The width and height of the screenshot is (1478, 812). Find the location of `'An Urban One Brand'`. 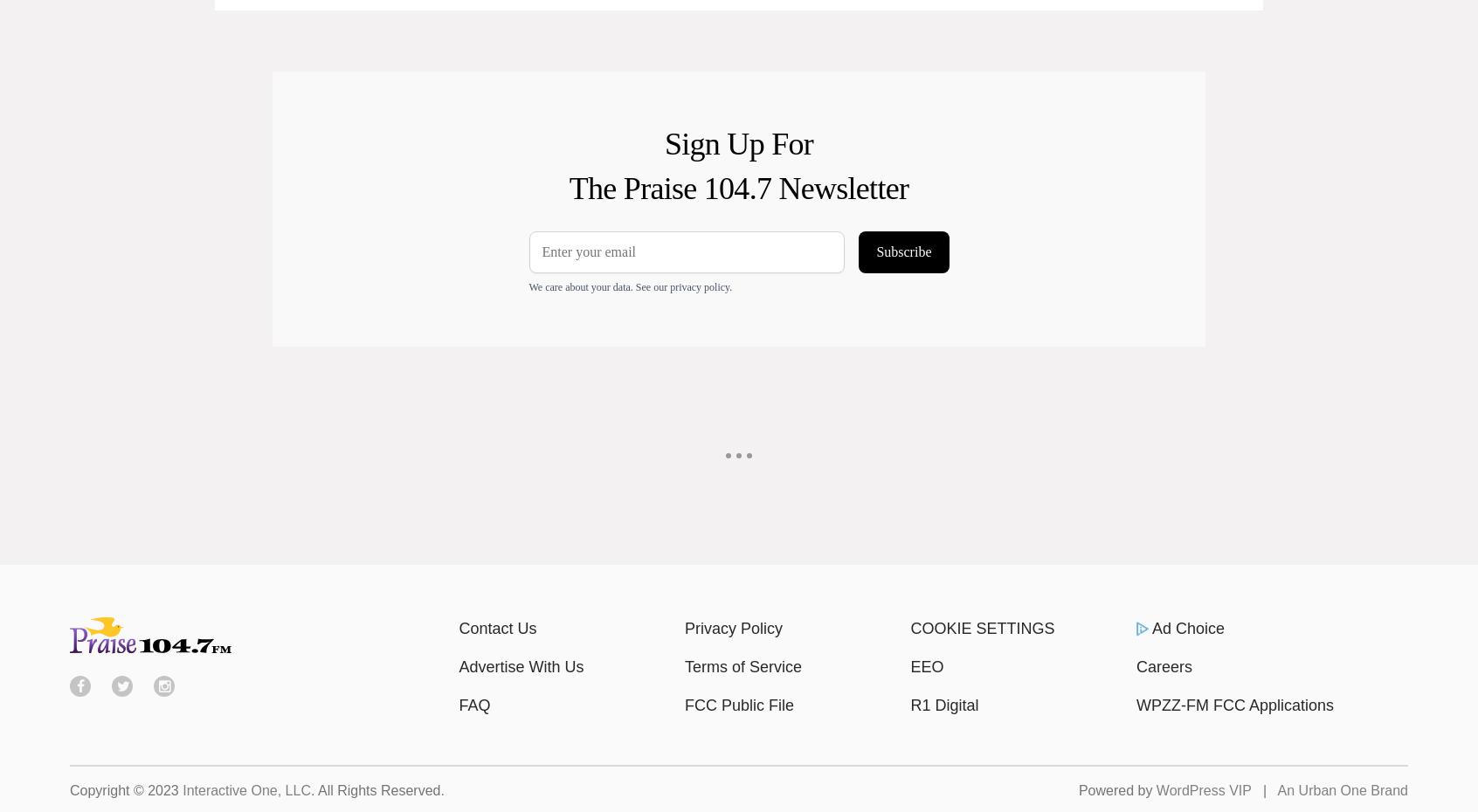

'An Urban One Brand' is located at coordinates (1343, 789).